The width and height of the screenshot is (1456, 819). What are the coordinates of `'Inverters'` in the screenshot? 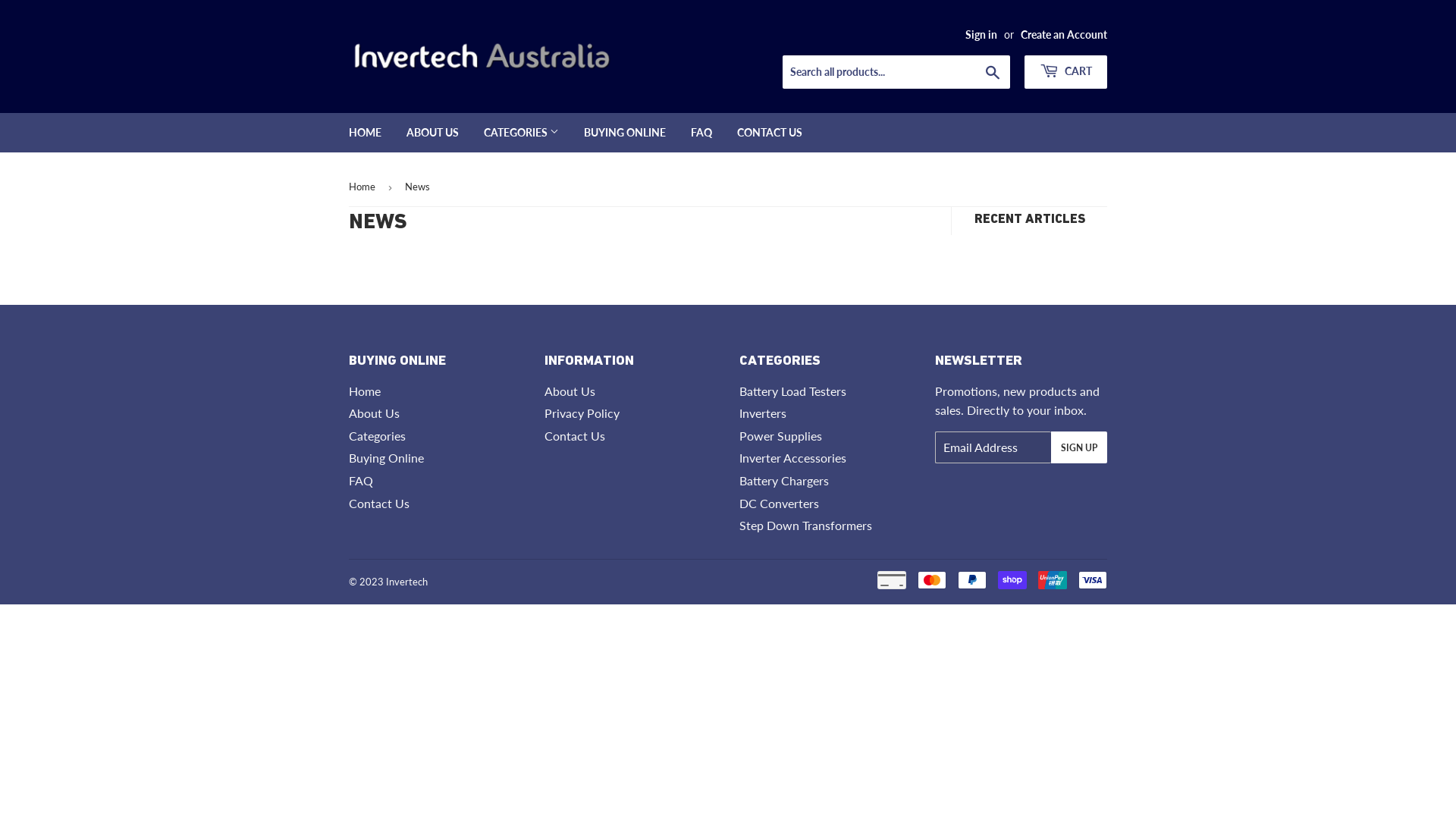 It's located at (763, 413).